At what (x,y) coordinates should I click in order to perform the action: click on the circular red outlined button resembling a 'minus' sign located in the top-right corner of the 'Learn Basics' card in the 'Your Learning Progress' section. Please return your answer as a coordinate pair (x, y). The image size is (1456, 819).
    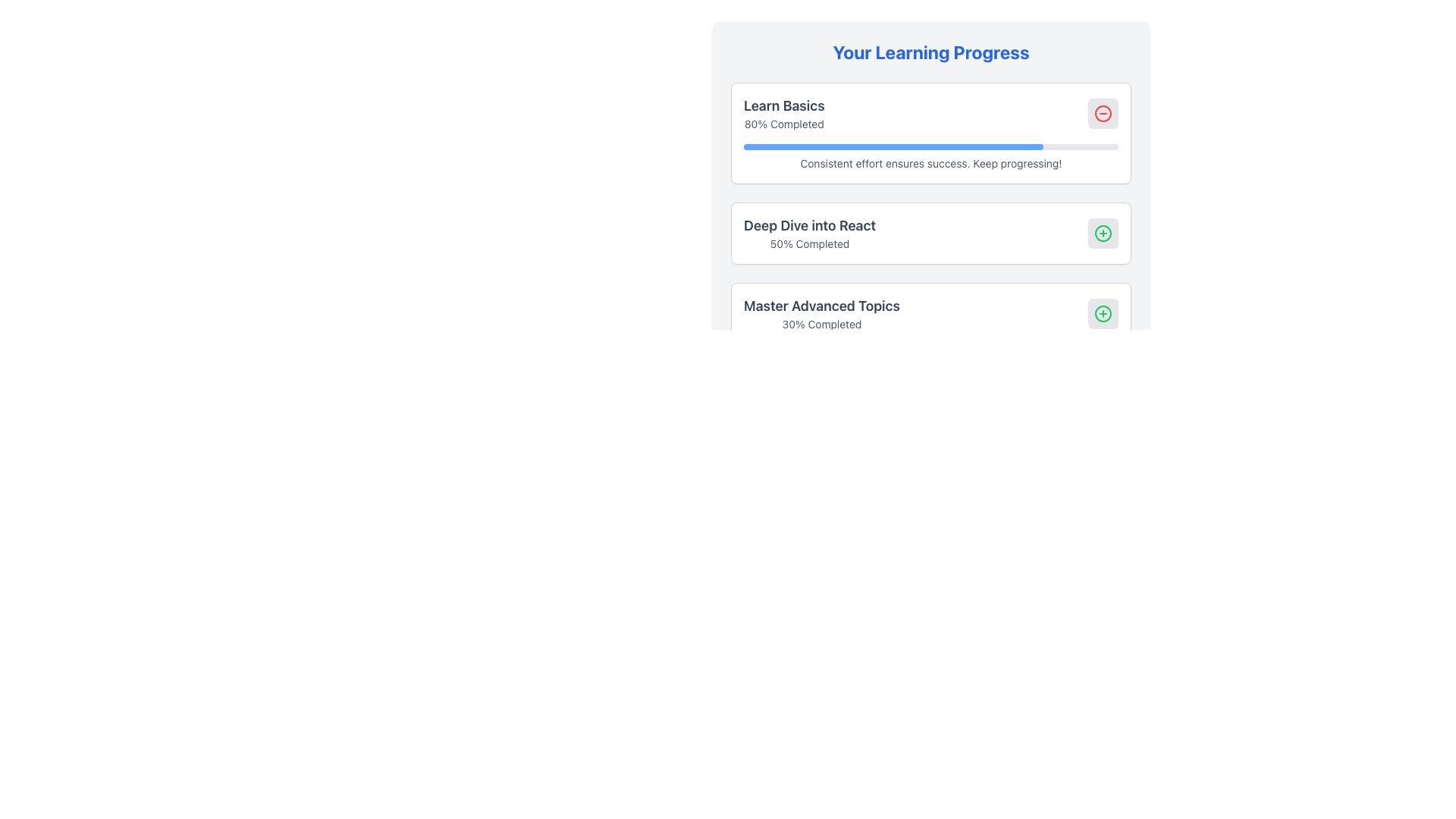
    Looking at the image, I should click on (1103, 113).